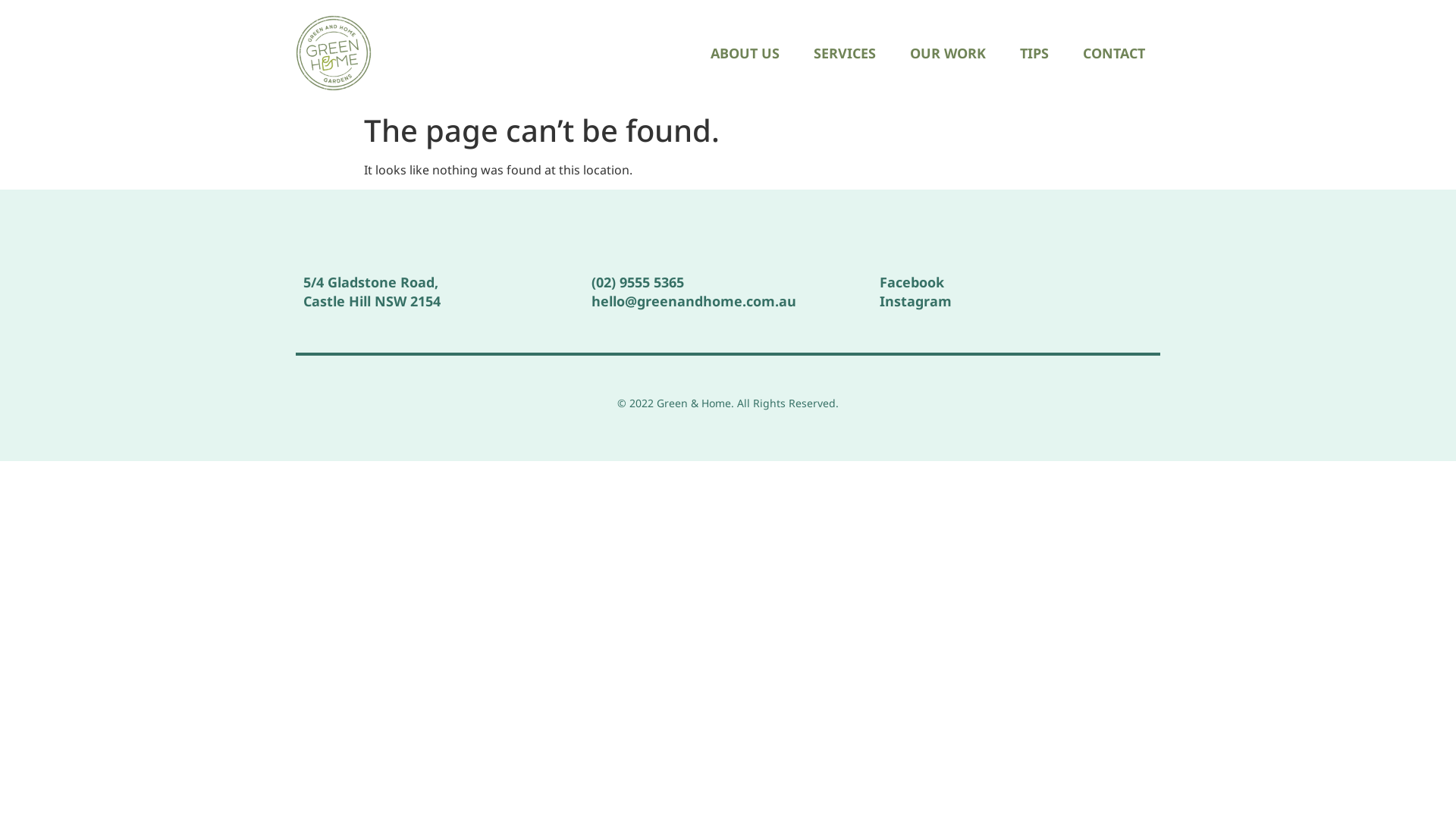  Describe the element at coordinates (946, 52) in the screenshot. I see `'OUR WORK'` at that location.